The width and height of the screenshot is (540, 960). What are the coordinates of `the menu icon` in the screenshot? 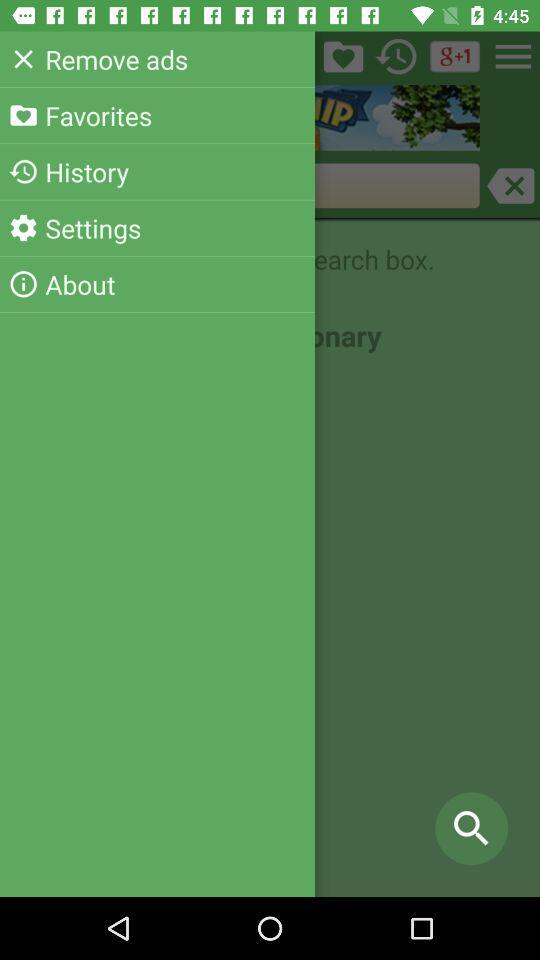 It's located at (513, 55).